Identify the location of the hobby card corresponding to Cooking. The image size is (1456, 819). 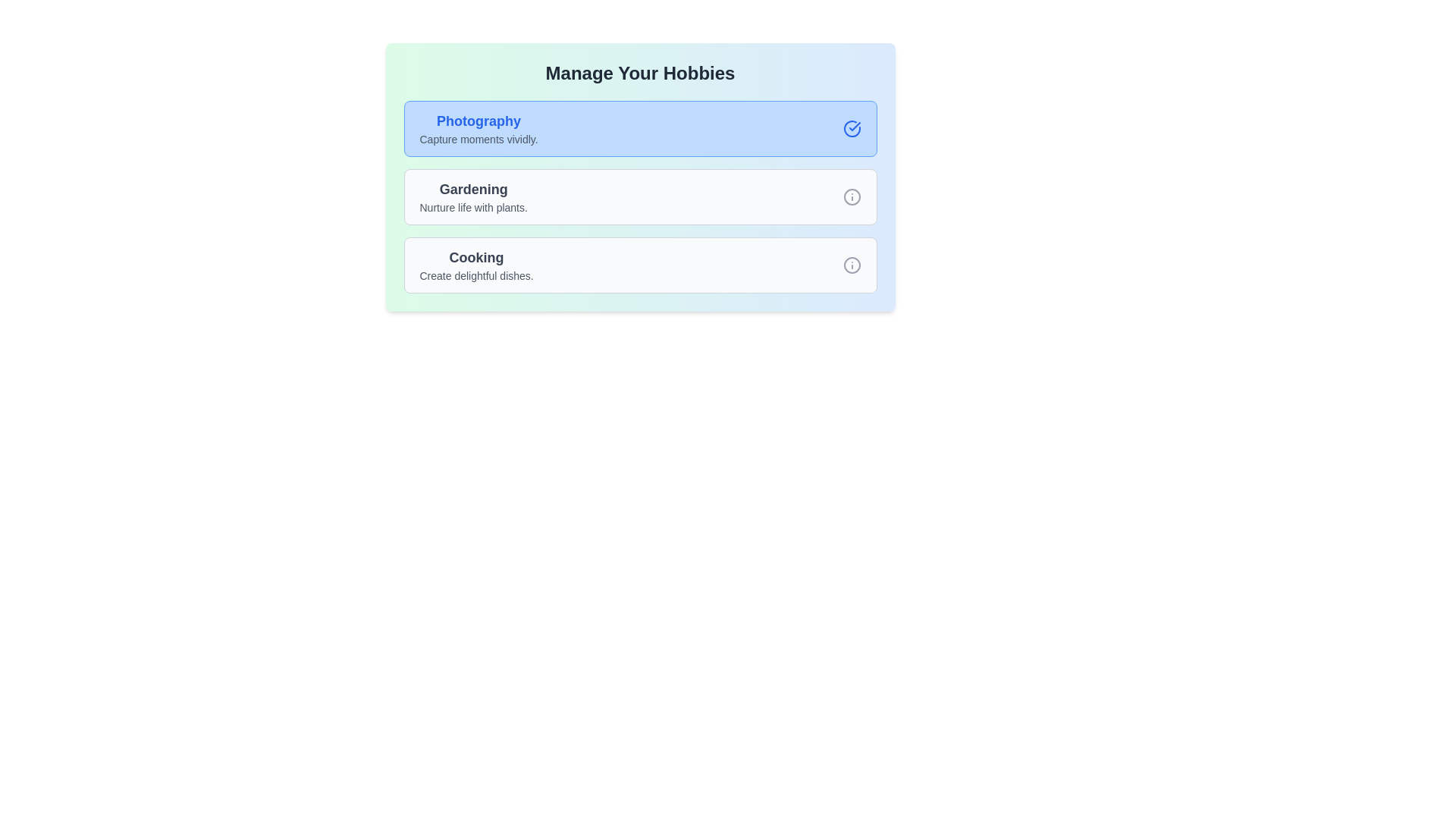
(640, 265).